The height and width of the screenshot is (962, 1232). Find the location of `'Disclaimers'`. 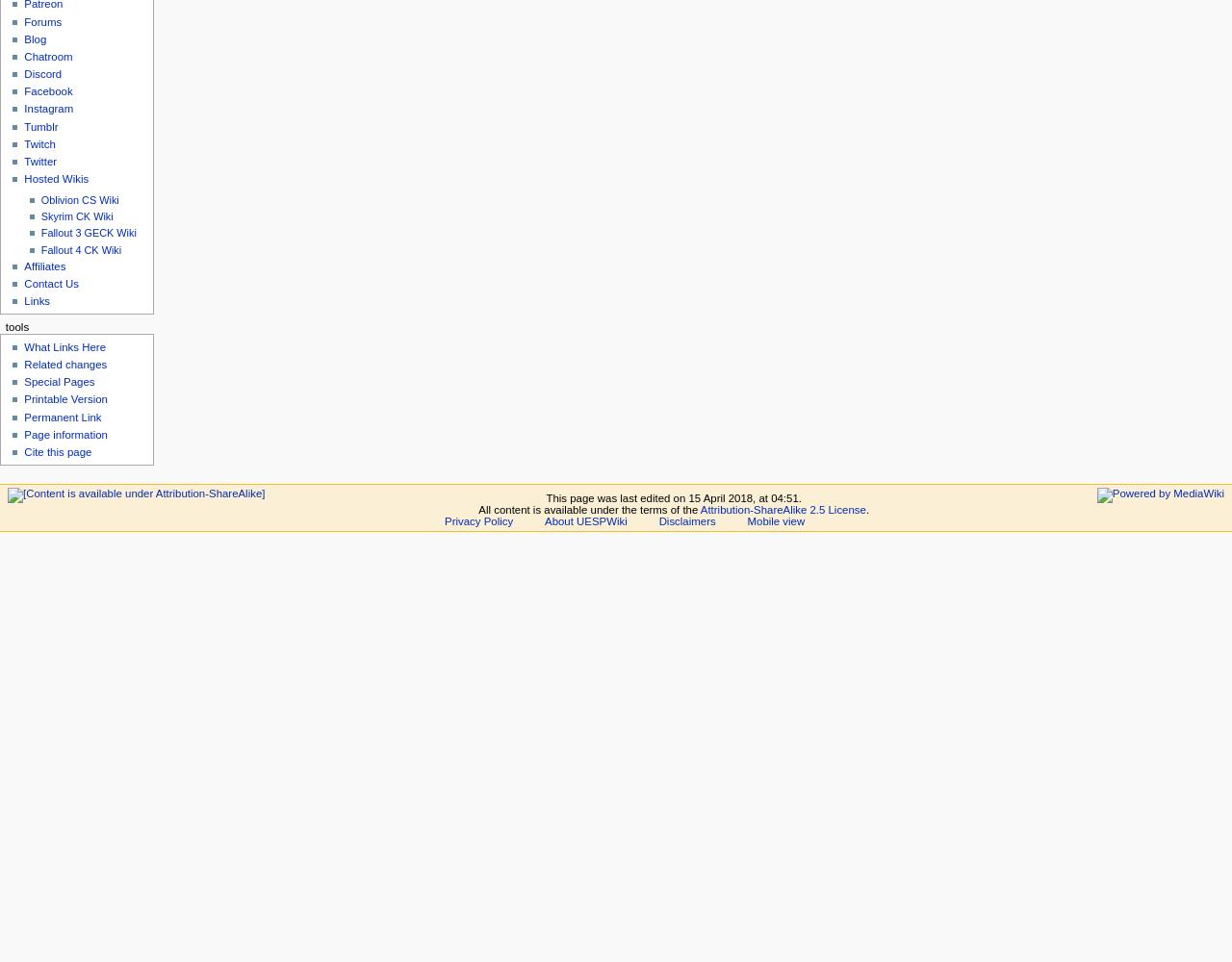

'Disclaimers' is located at coordinates (686, 521).